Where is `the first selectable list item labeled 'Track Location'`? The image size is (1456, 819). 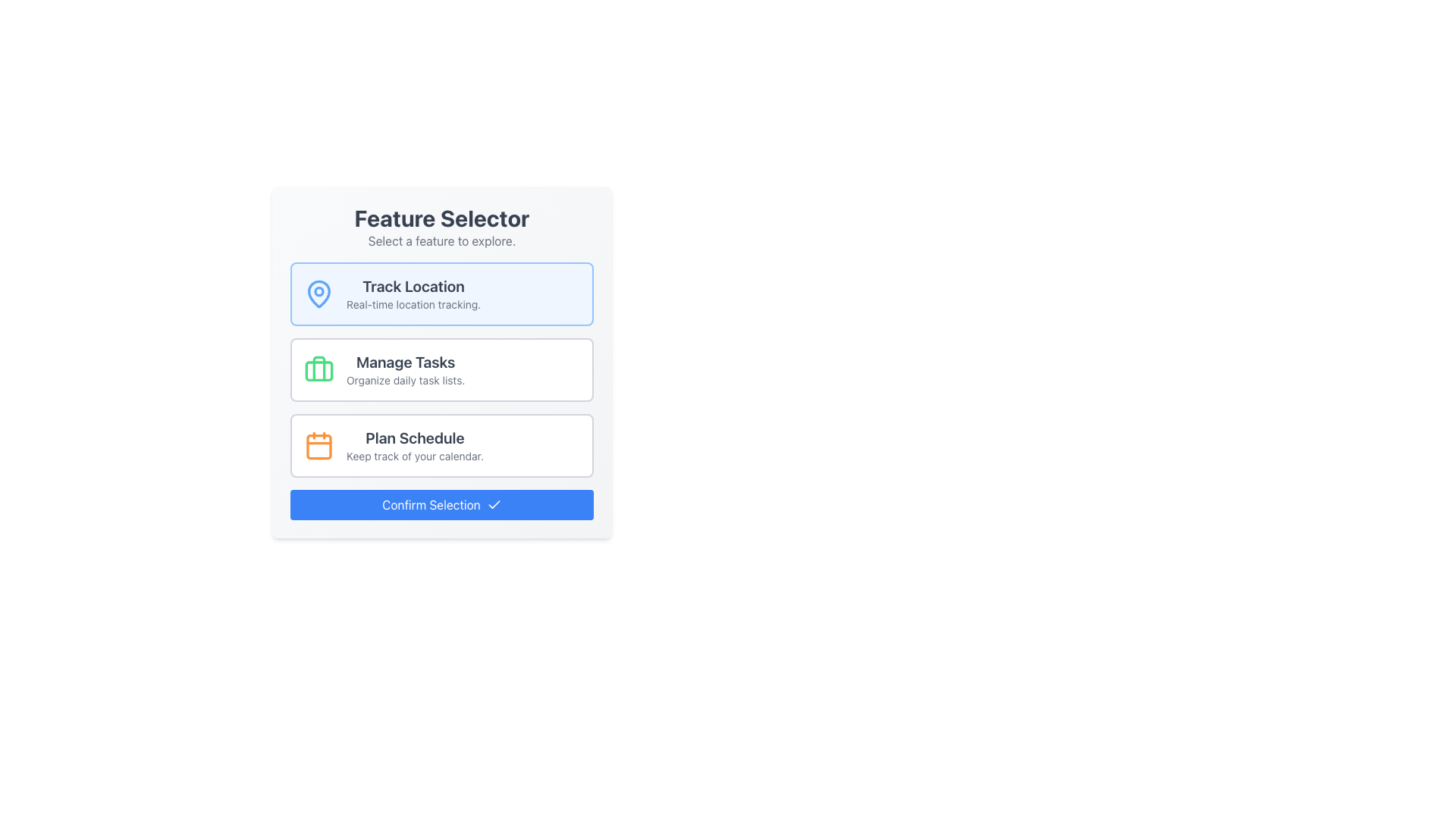 the first selectable list item labeled 'Track Location' is located at coordinates (441, 294).